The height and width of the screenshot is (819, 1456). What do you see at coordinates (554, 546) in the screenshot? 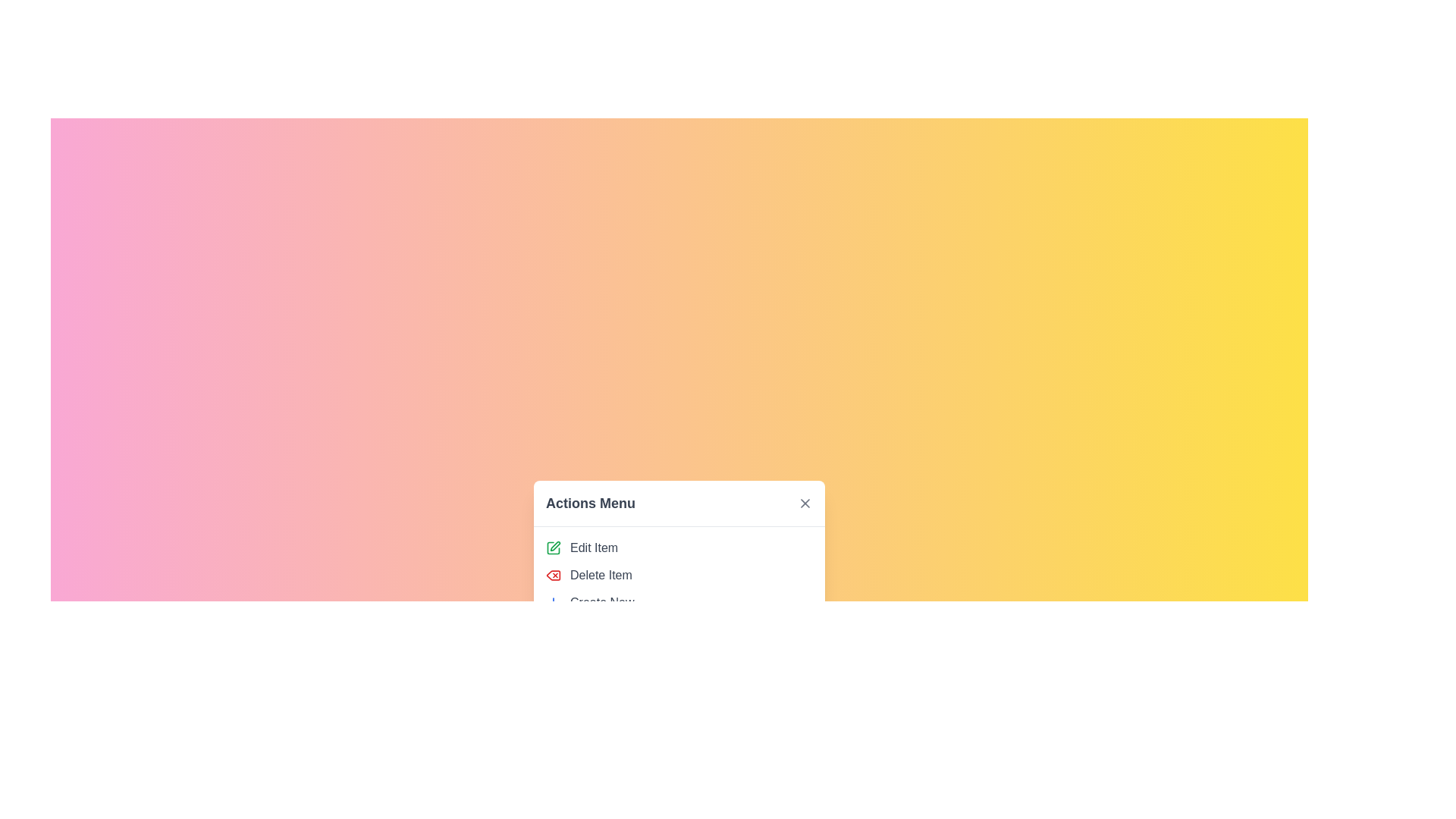
I see `the edit icon in the 'Actions Menu' that signifies the edit functionality for the associated list item, located at the top of the menu underneath the title 'Actions Menu'` at bounding box center [554, 546].